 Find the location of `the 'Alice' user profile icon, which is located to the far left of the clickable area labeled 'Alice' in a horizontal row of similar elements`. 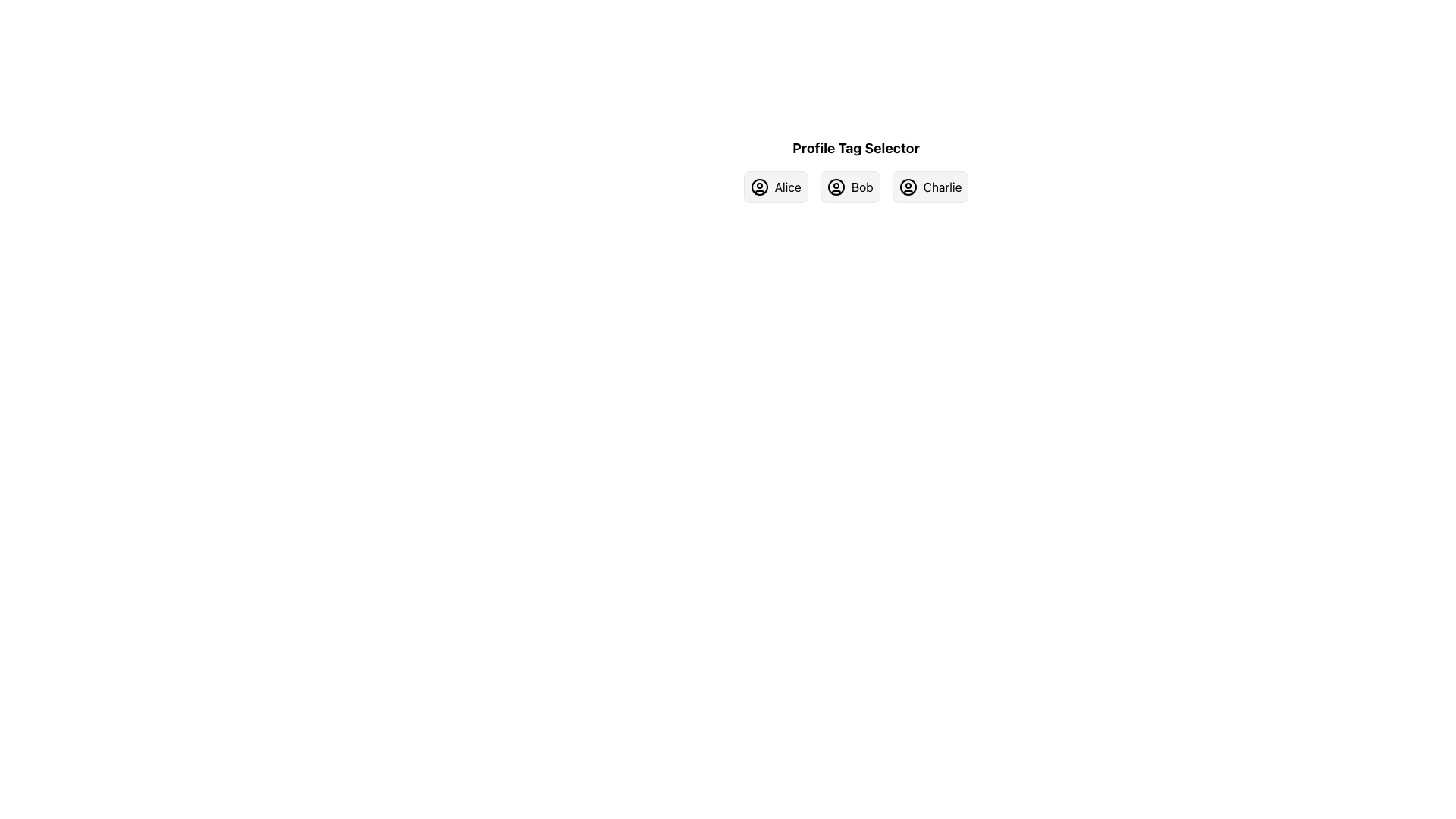

the 'Alice' user profile icon, which is located to the far left of the clickable area labeled 'Alice' in a horizontal row of similar elements is located at coordinates (759, 186).